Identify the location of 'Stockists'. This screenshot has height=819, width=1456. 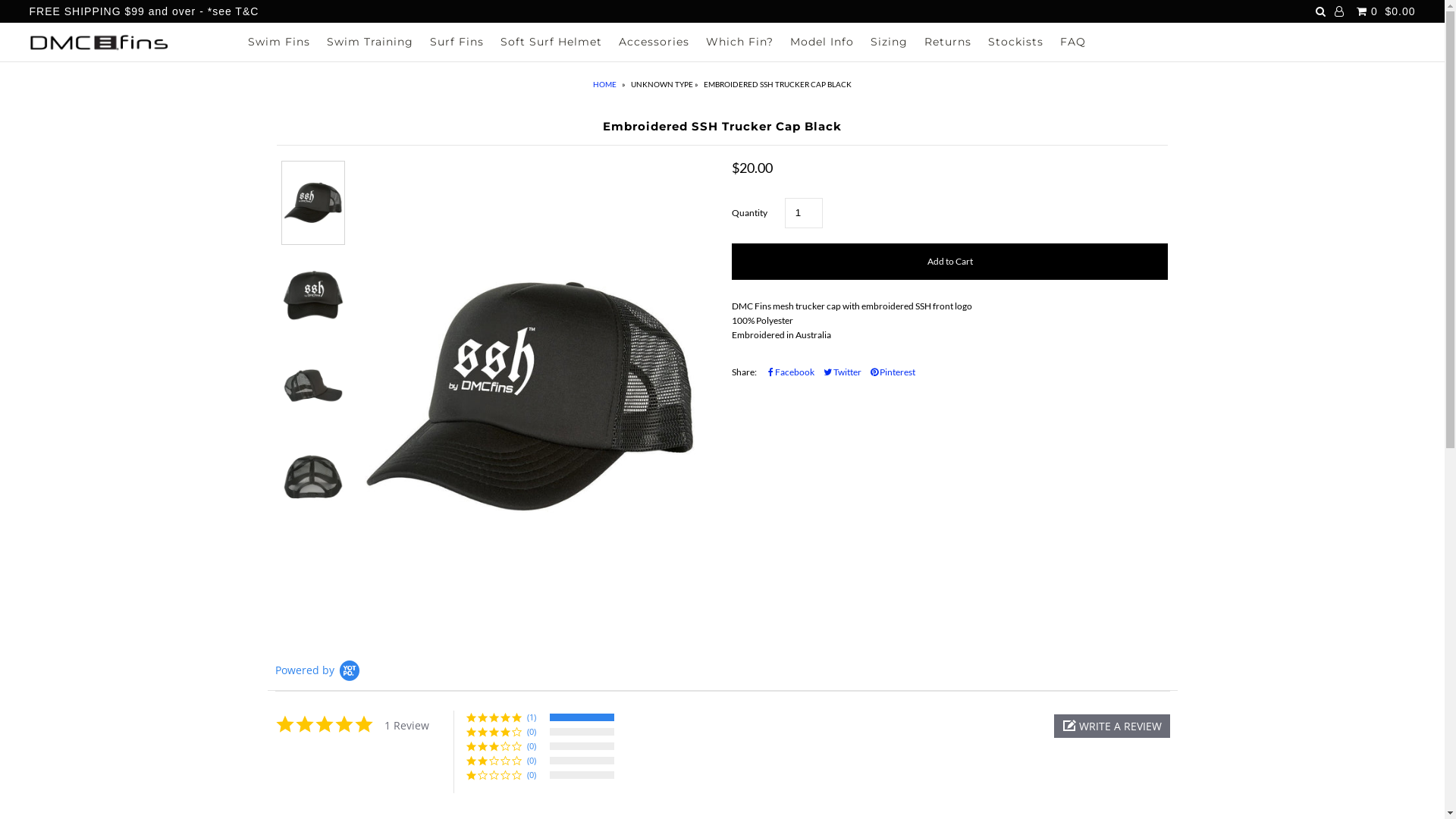
(1015, 40).